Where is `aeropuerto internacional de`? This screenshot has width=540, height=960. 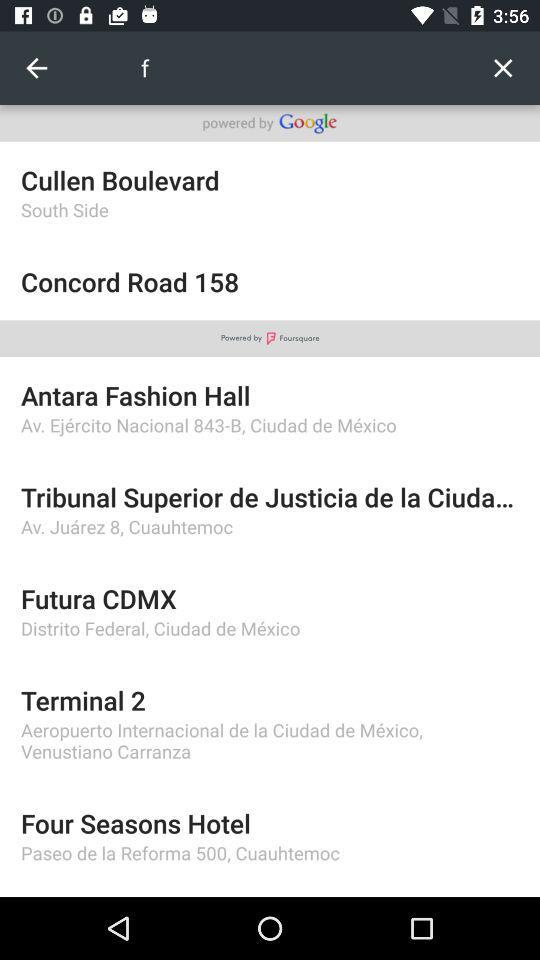
aeropuerto internacional de is located at coordinates (270, 739).